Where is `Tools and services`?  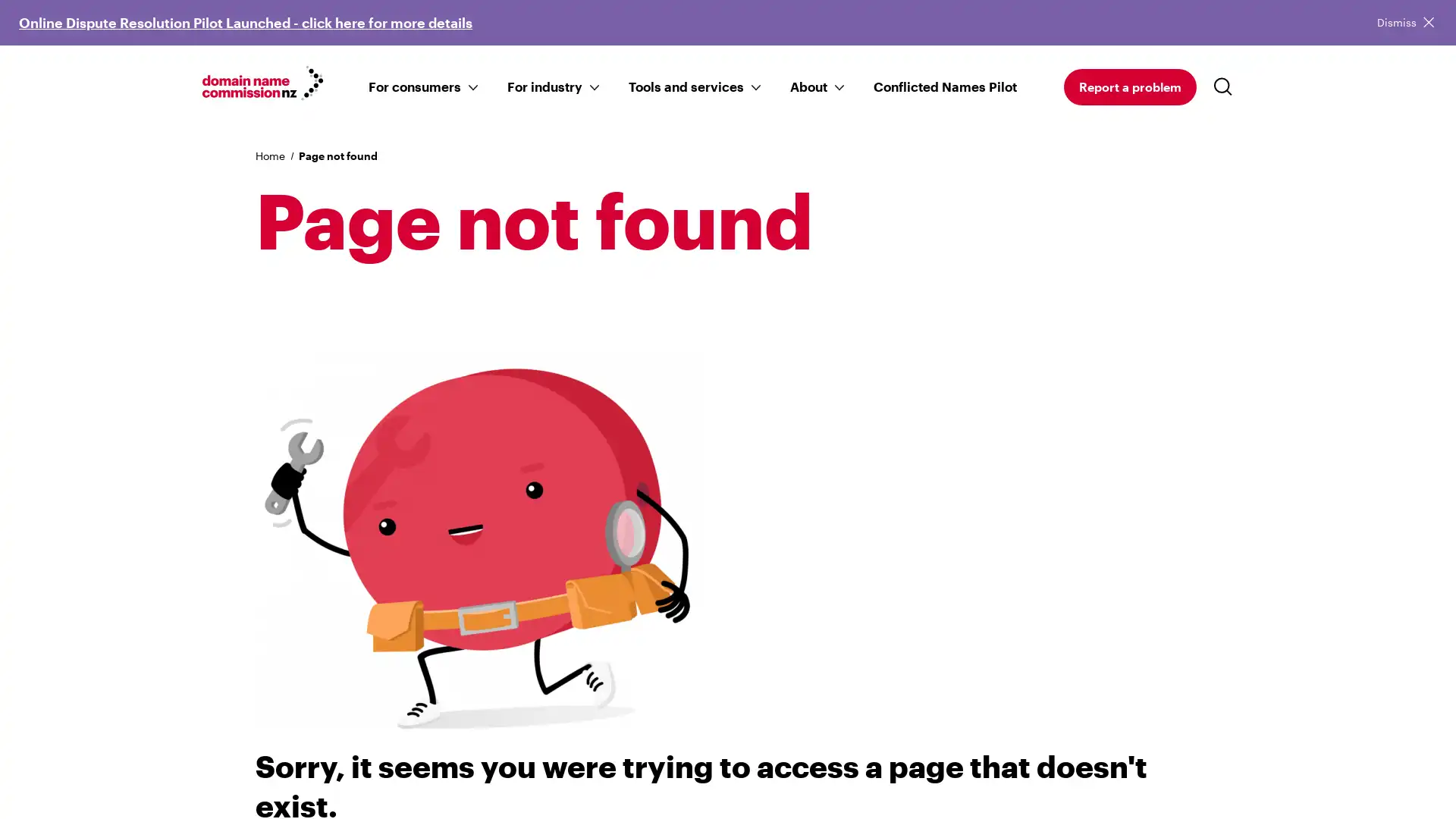 Tools and services is located at coordinates (684, 84).